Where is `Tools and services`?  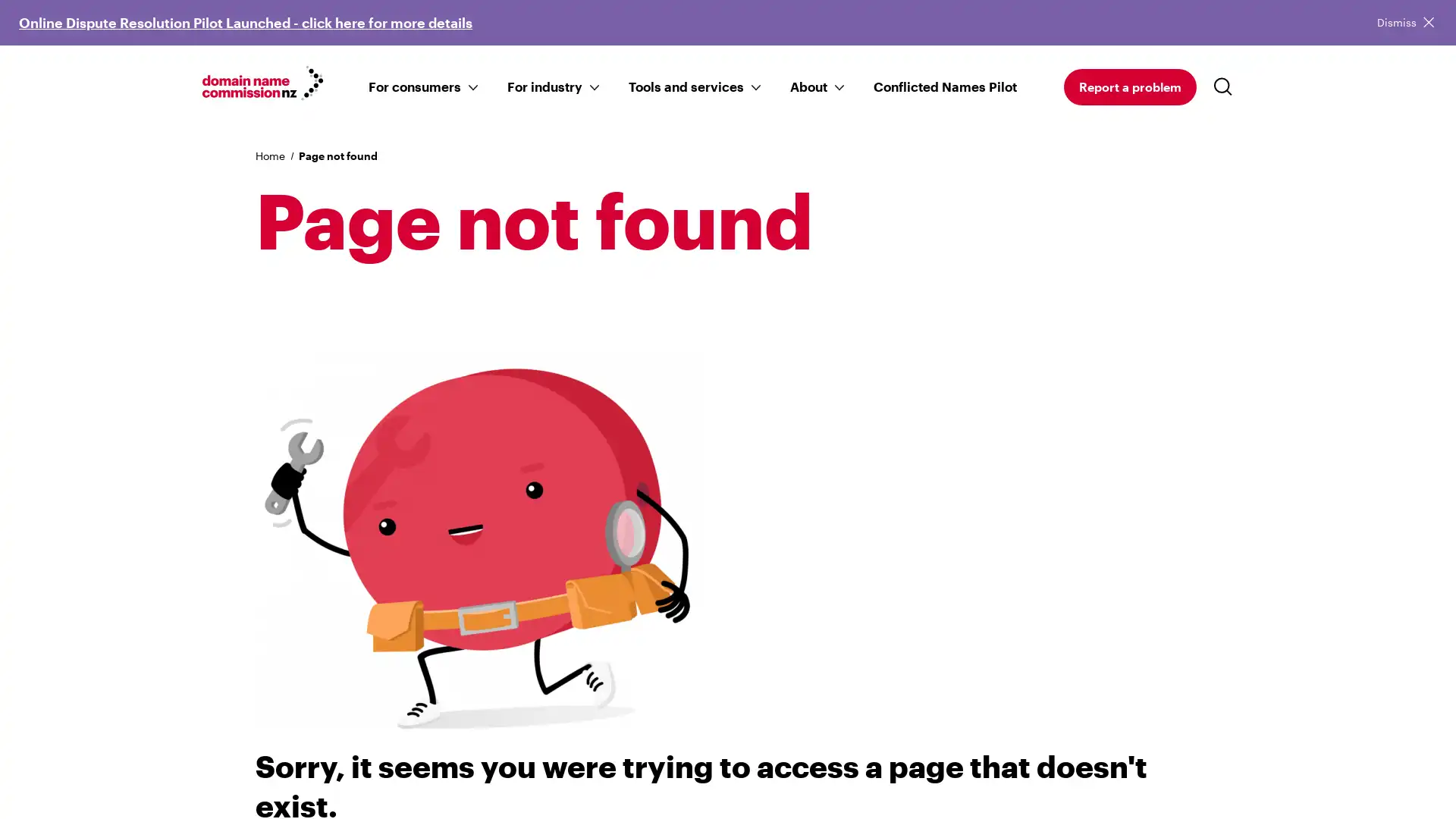 Tools and services is located at coordinates (684, 84).